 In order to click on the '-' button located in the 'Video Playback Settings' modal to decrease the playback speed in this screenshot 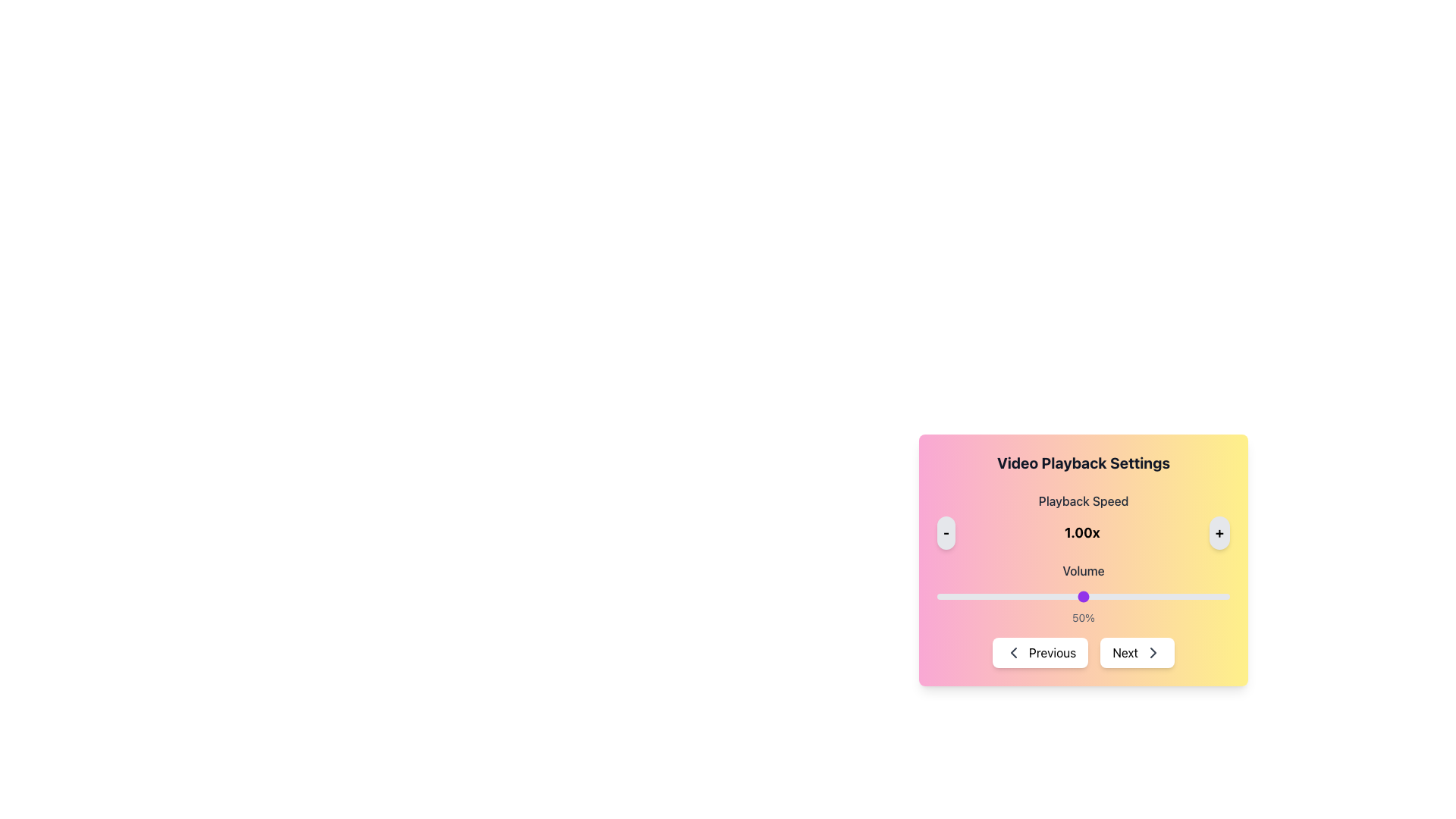, I will do `click(946, 532)`.